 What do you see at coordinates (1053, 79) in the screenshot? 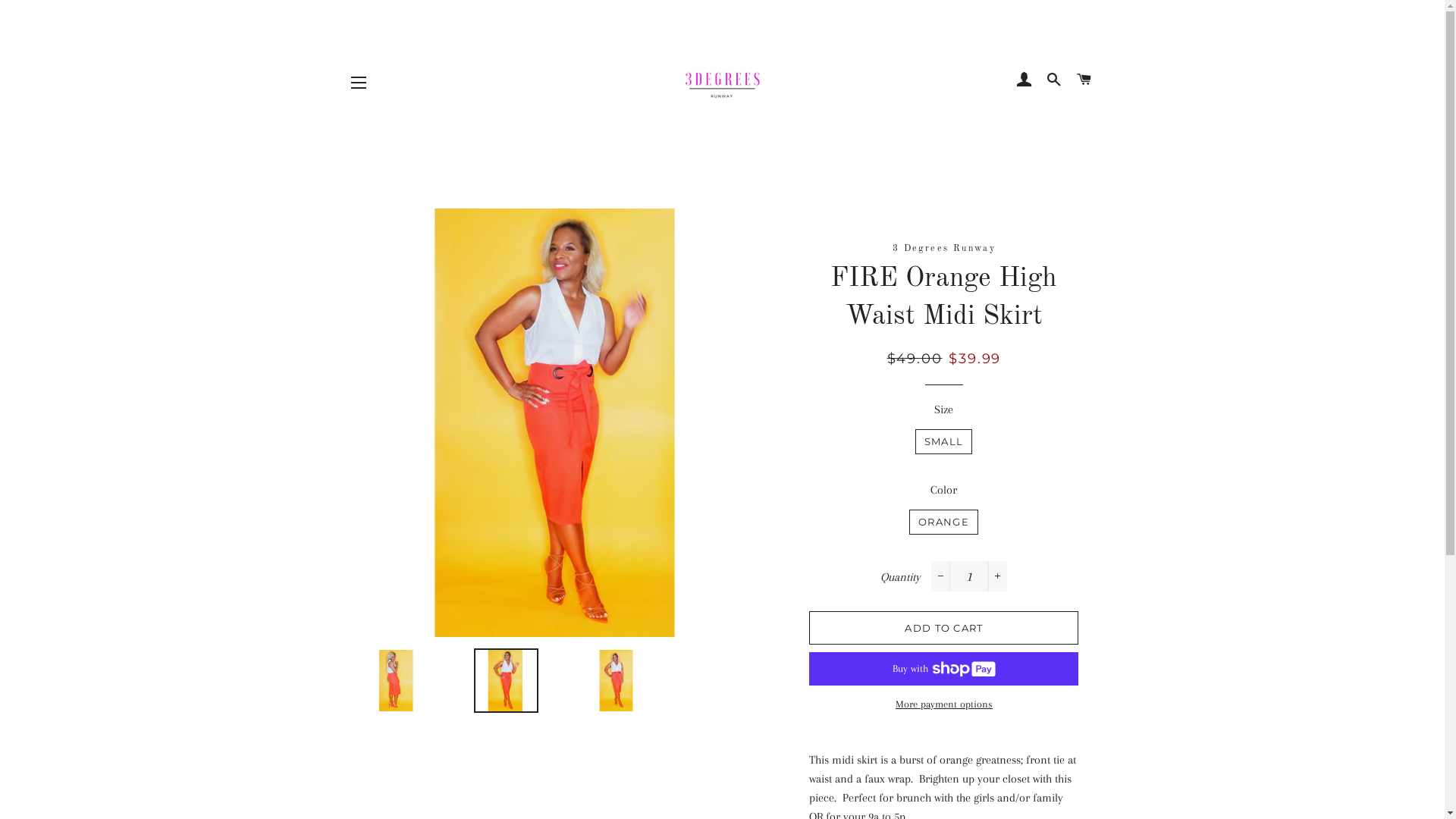
I see `'SEARCH'` at bounding box center [1053, 79].